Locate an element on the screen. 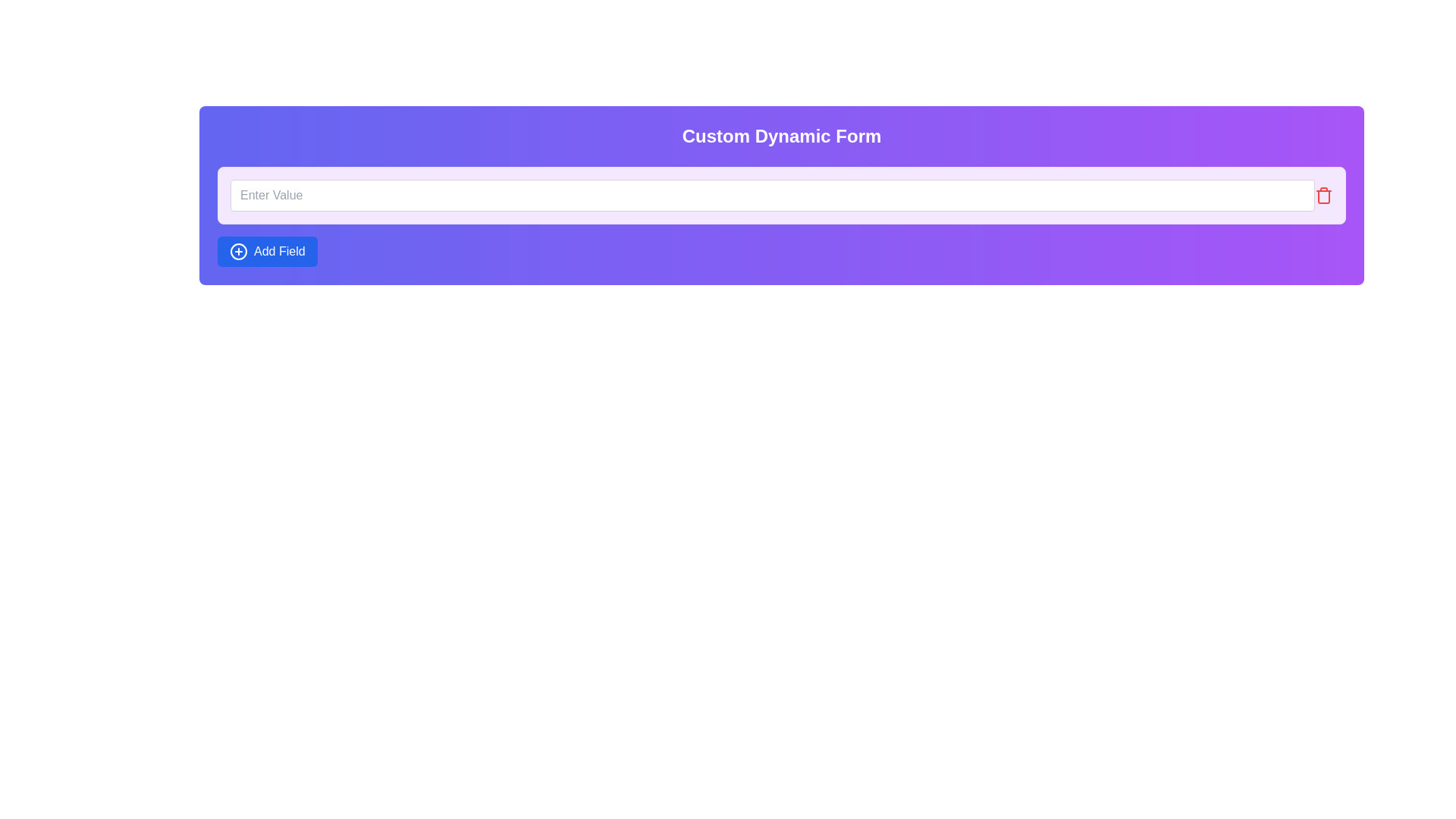 The height and width of the screenshot is (819, 1456). the 'Add Field' button which contains the icon for adding a field, located towards the left side of the button is located at coordinates (238, 250).